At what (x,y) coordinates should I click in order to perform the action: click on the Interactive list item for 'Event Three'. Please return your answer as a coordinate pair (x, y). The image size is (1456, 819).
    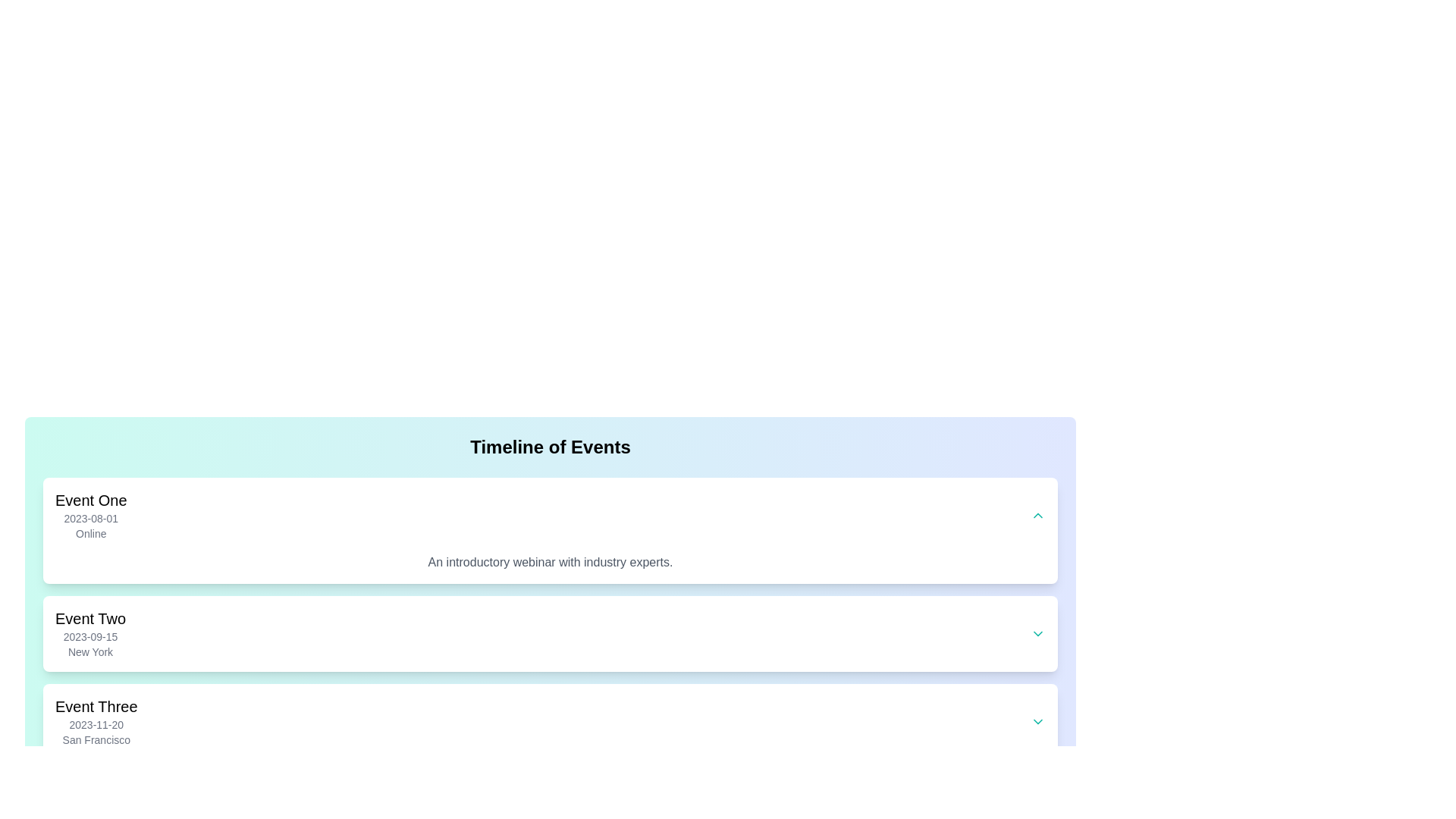
    Looking at the image, I should click on (549, 721).